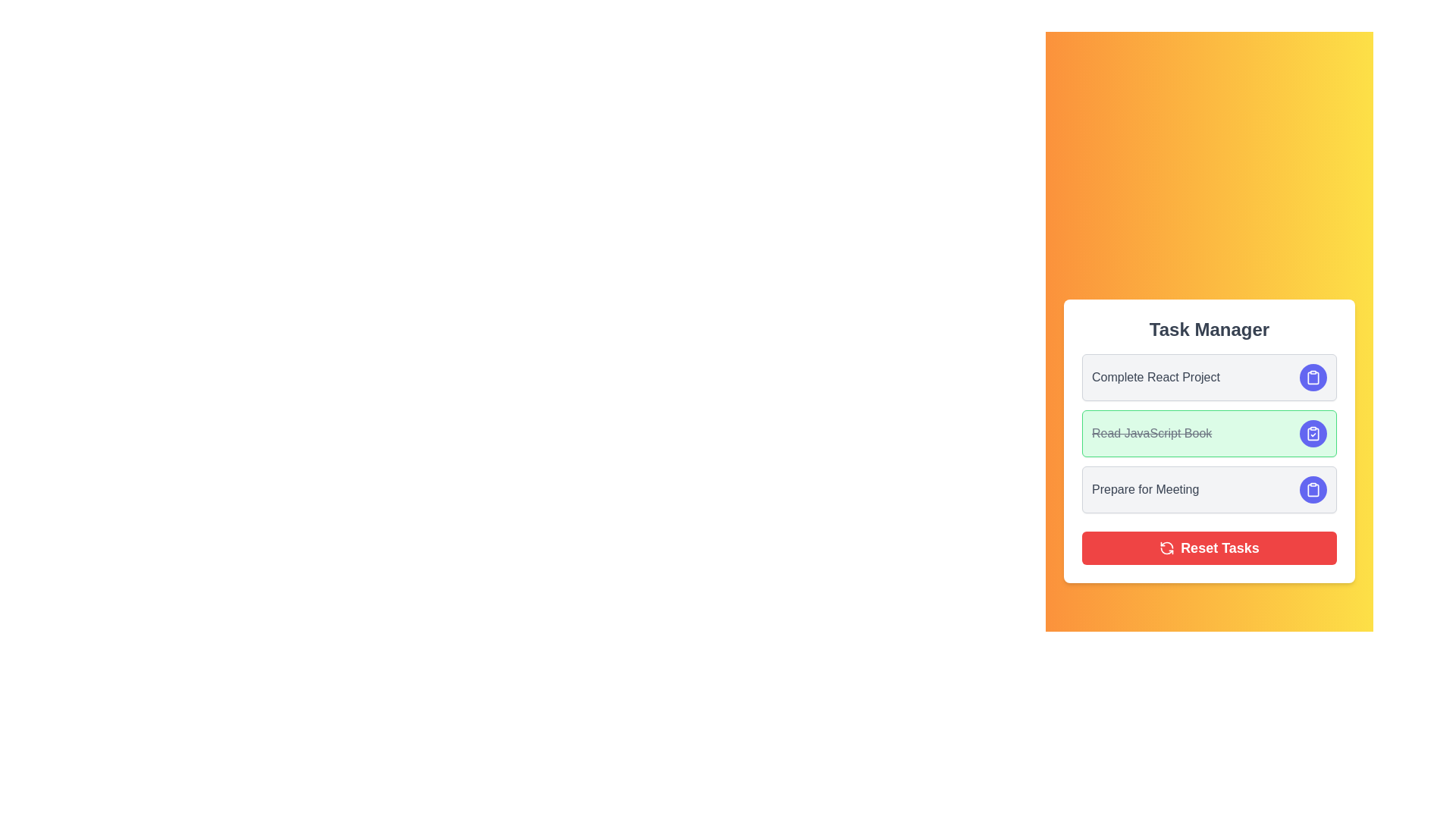  Describe the element at coordinates (1313, 376) in the screenshot. I see `the clipboard icon located to the right of the task item labeled 'Read JavaScript Book' in the task management interface` at that location.